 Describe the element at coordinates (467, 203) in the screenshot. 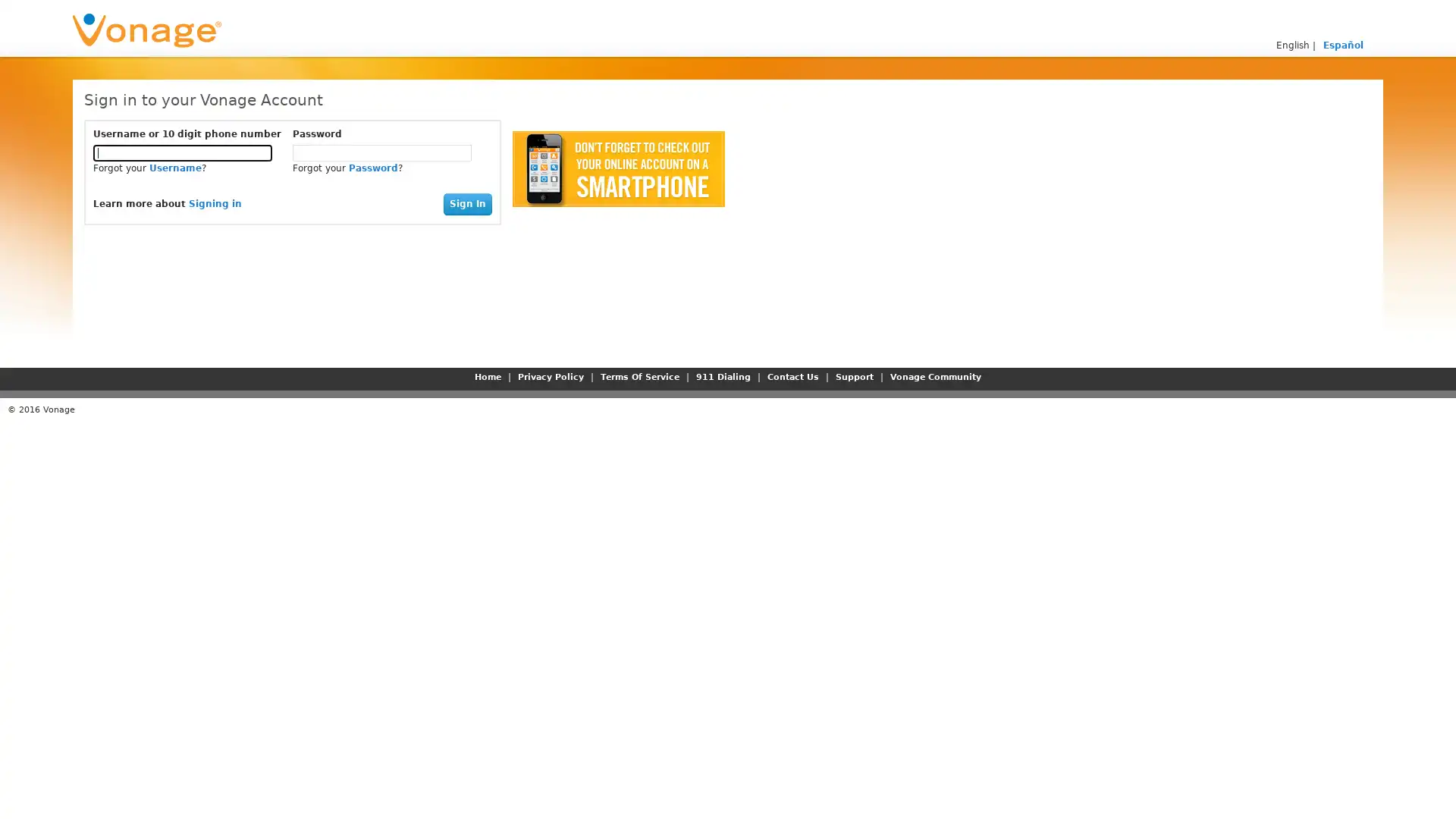

I see `Sign In` at that location.